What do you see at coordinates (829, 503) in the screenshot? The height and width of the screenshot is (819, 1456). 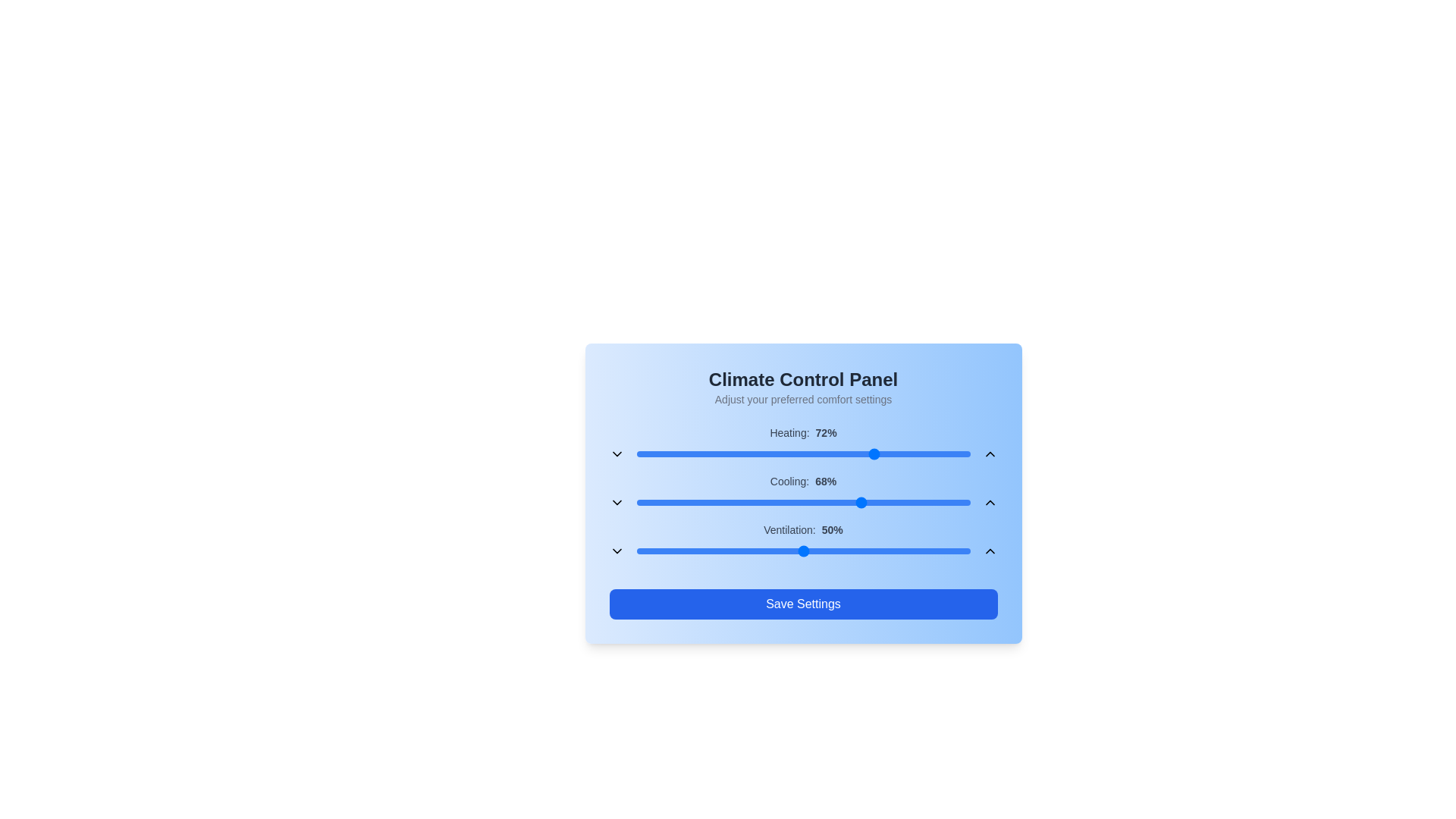 I see `the cooling slider to 58%` at bounding box center [829, 503].